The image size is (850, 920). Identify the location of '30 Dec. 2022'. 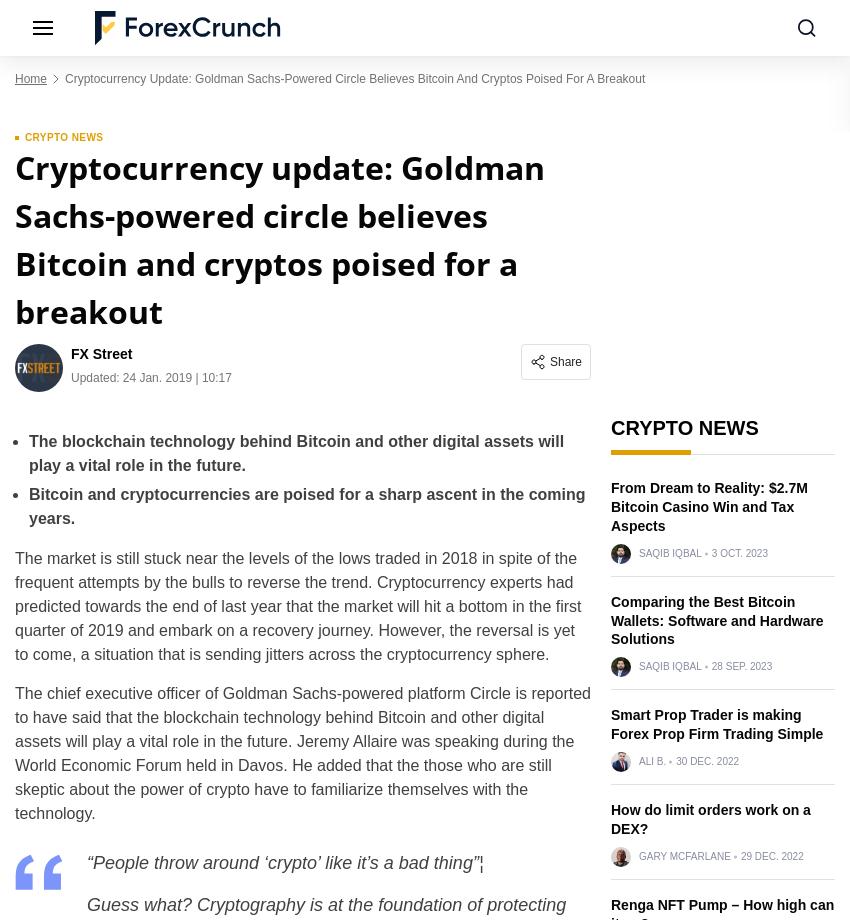
(706, 761).